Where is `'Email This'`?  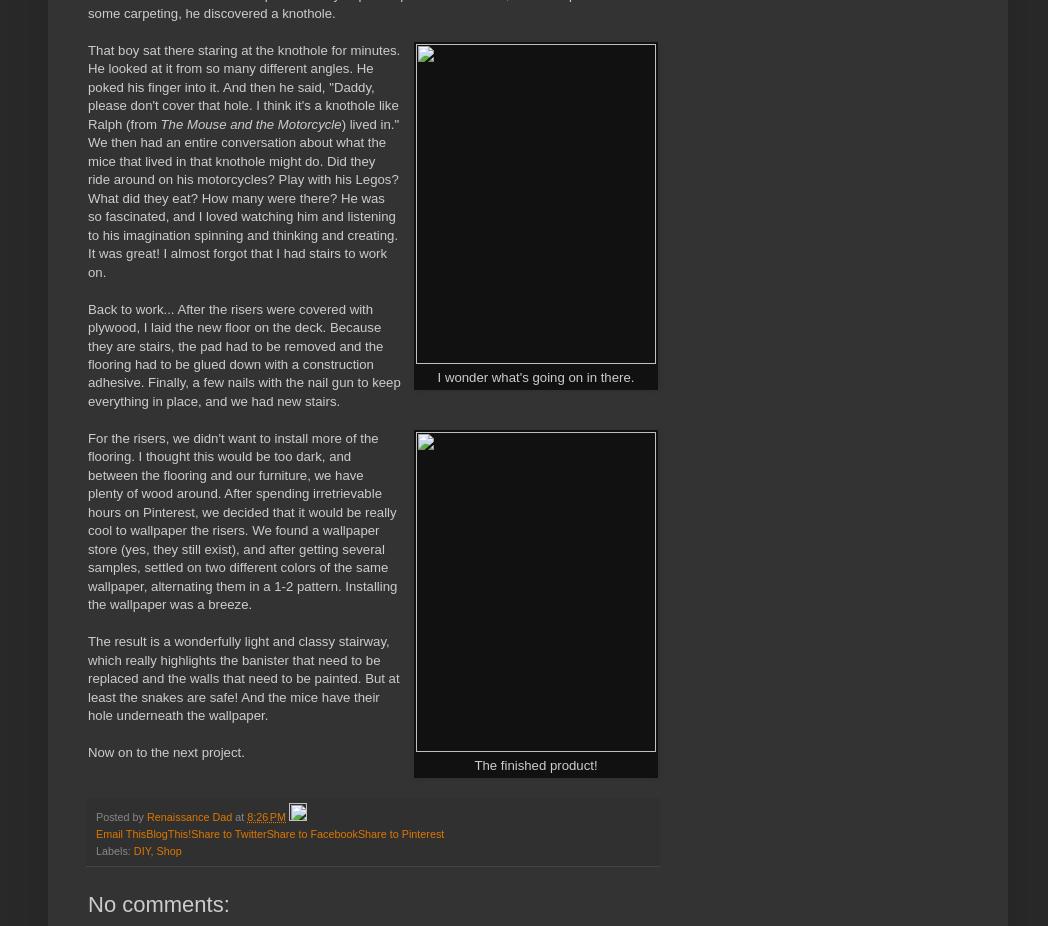 'Email This' is located at coordinates (120, 833).